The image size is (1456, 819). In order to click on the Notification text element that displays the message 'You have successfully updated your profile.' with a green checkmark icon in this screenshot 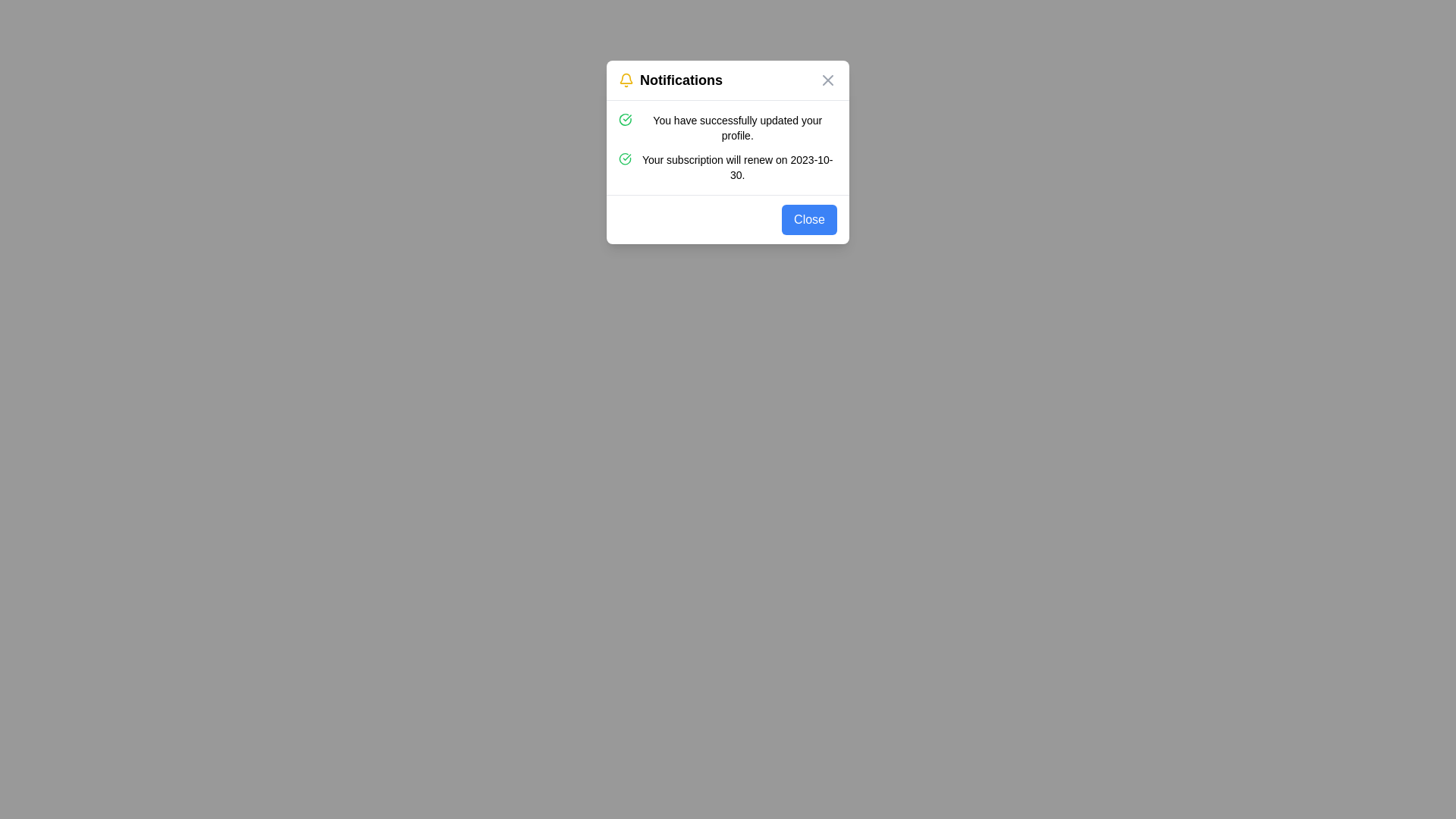, I will do `click(728, 127)`.